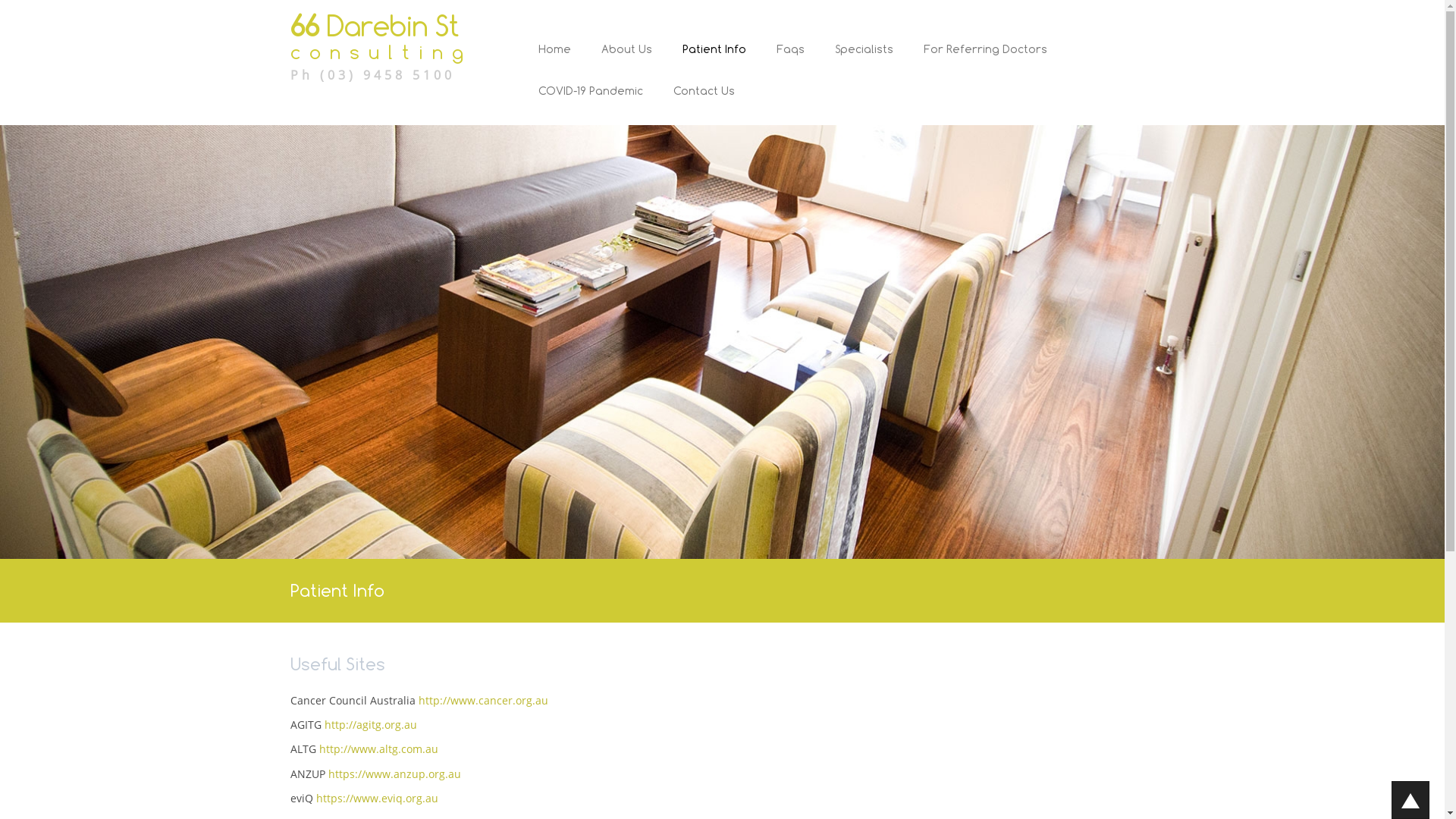  What do you see at coordinates (378, 748) in the screenshot?
I see `'http://www.altg.com.au'` at bounding box center [378, 748].